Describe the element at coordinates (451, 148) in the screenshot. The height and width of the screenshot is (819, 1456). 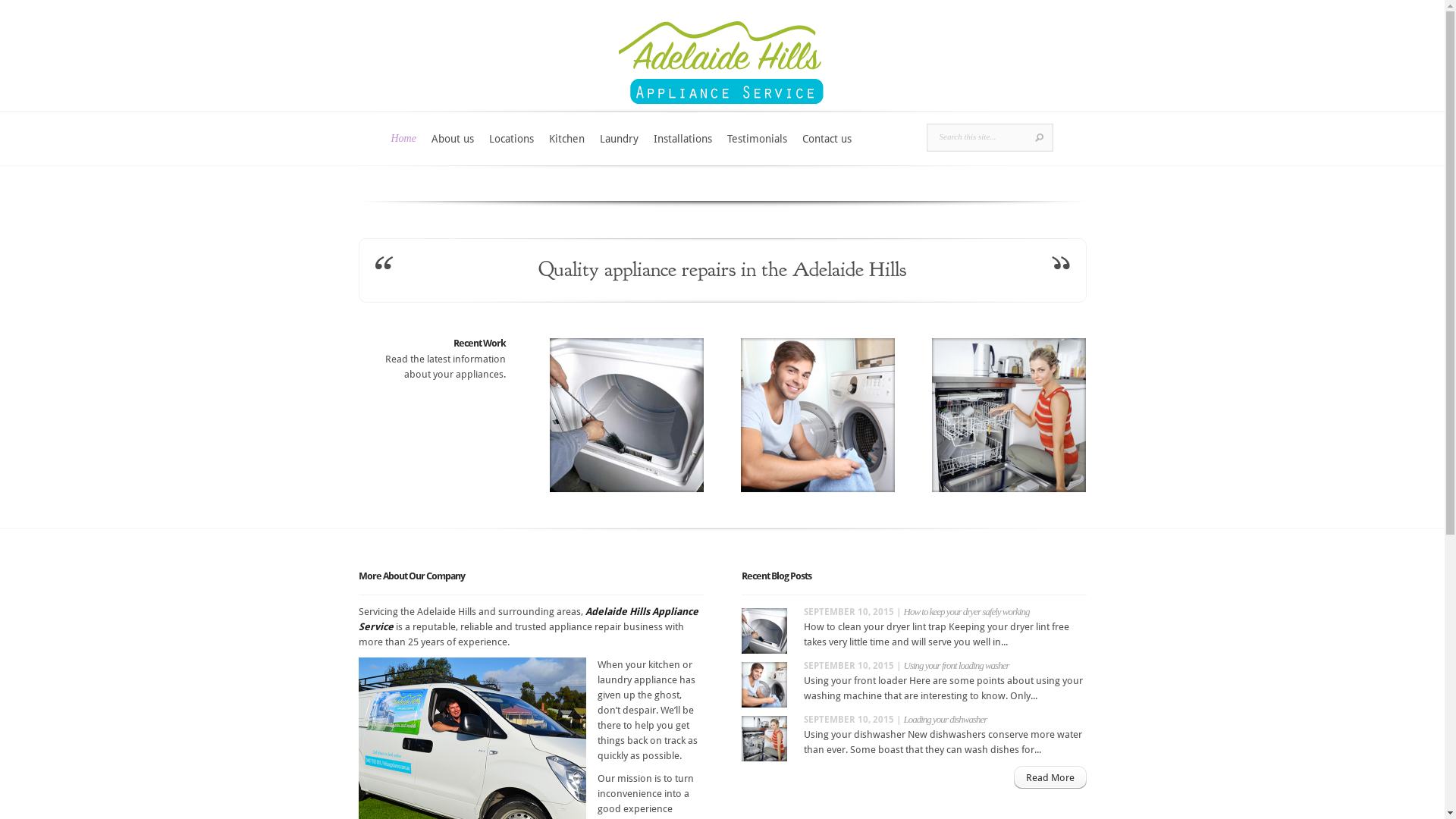
I see `'About us'` at that location.